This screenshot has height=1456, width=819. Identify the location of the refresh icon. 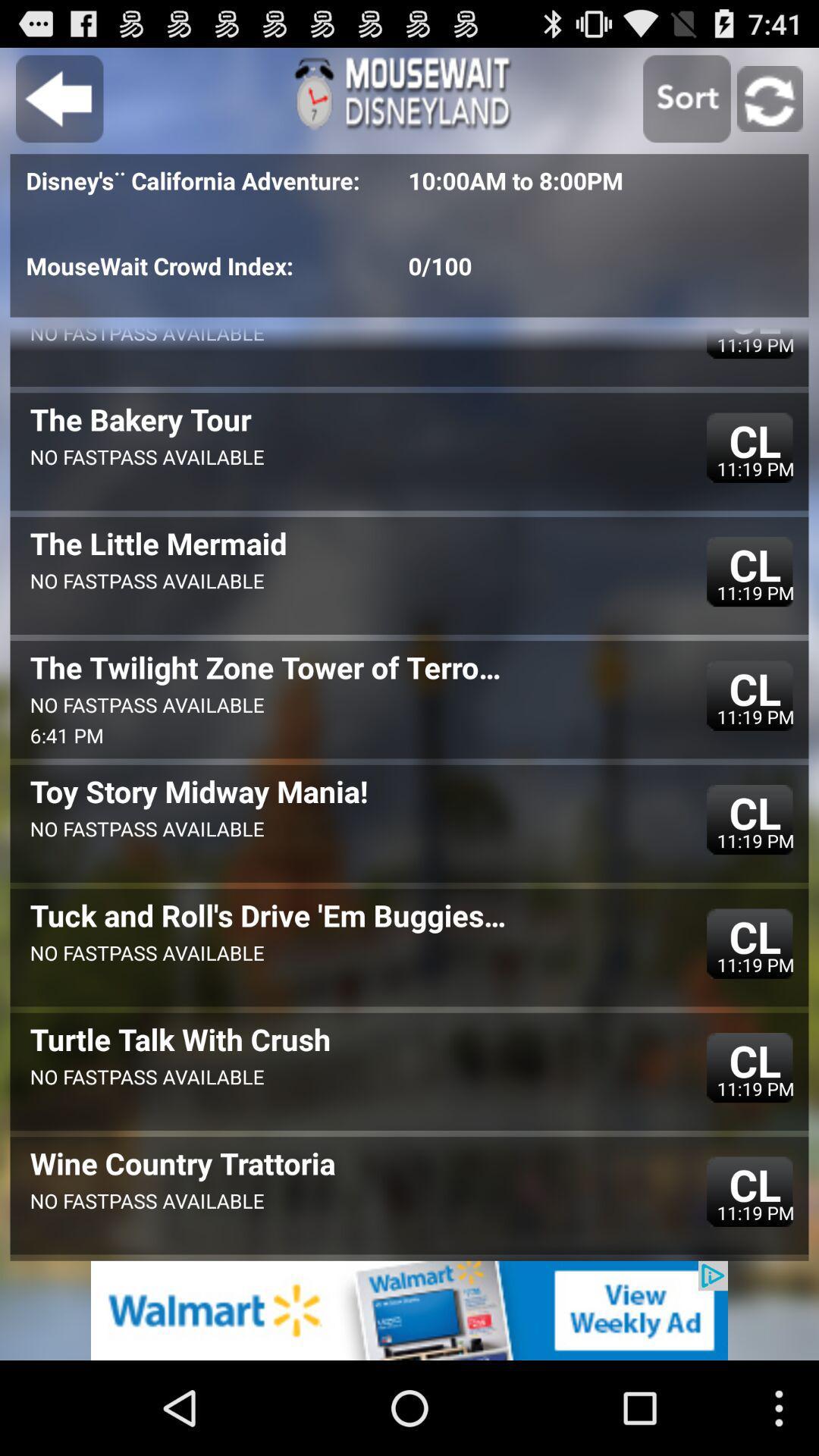
(770, 105).